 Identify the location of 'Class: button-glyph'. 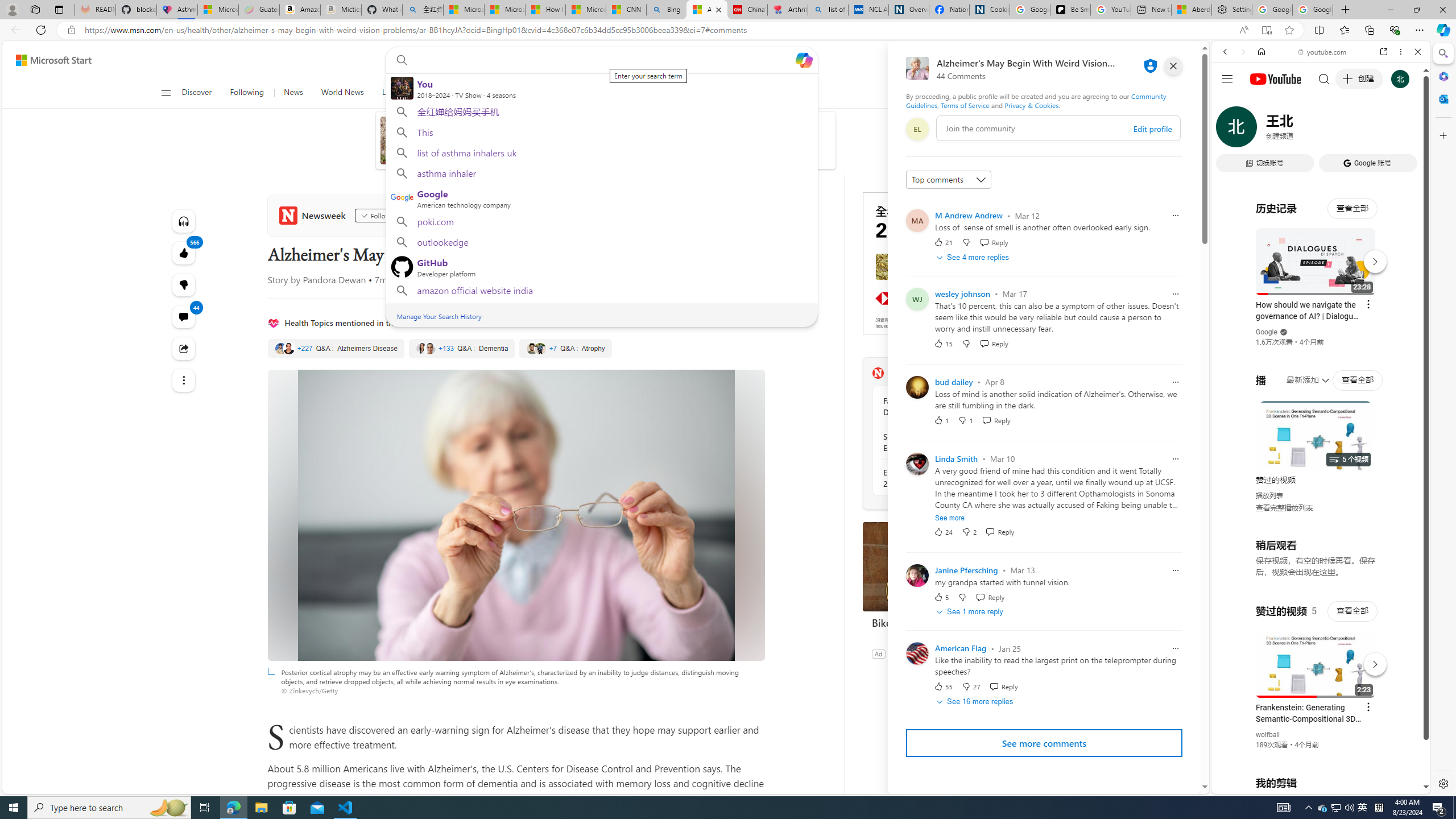
(165, 92).